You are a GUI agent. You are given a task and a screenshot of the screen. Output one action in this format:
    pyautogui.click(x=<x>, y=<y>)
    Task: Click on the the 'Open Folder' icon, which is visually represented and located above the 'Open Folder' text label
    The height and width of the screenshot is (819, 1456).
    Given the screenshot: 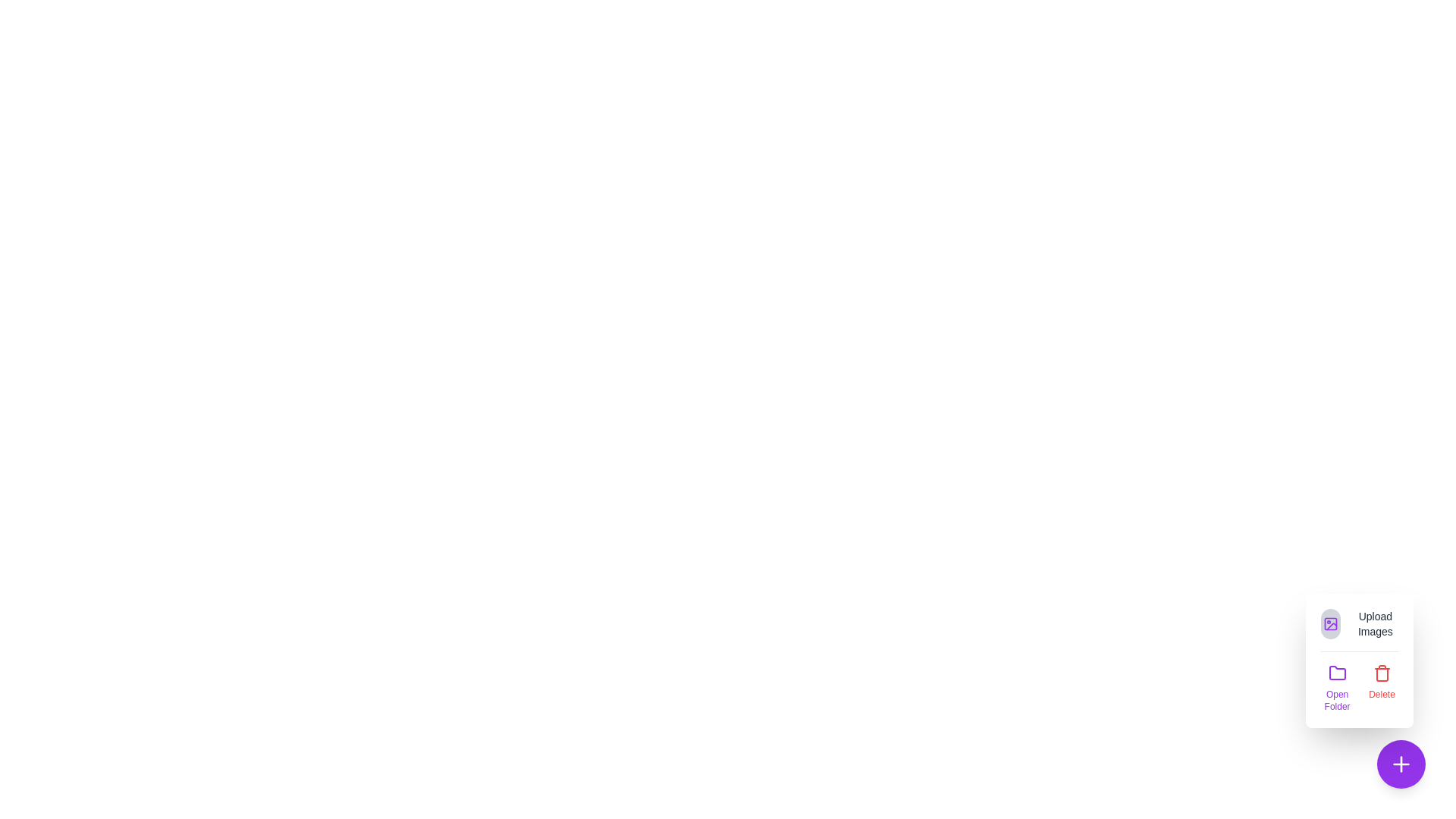 What is the action you would take?
    pyautogui.click(x=1337, y=672)
    